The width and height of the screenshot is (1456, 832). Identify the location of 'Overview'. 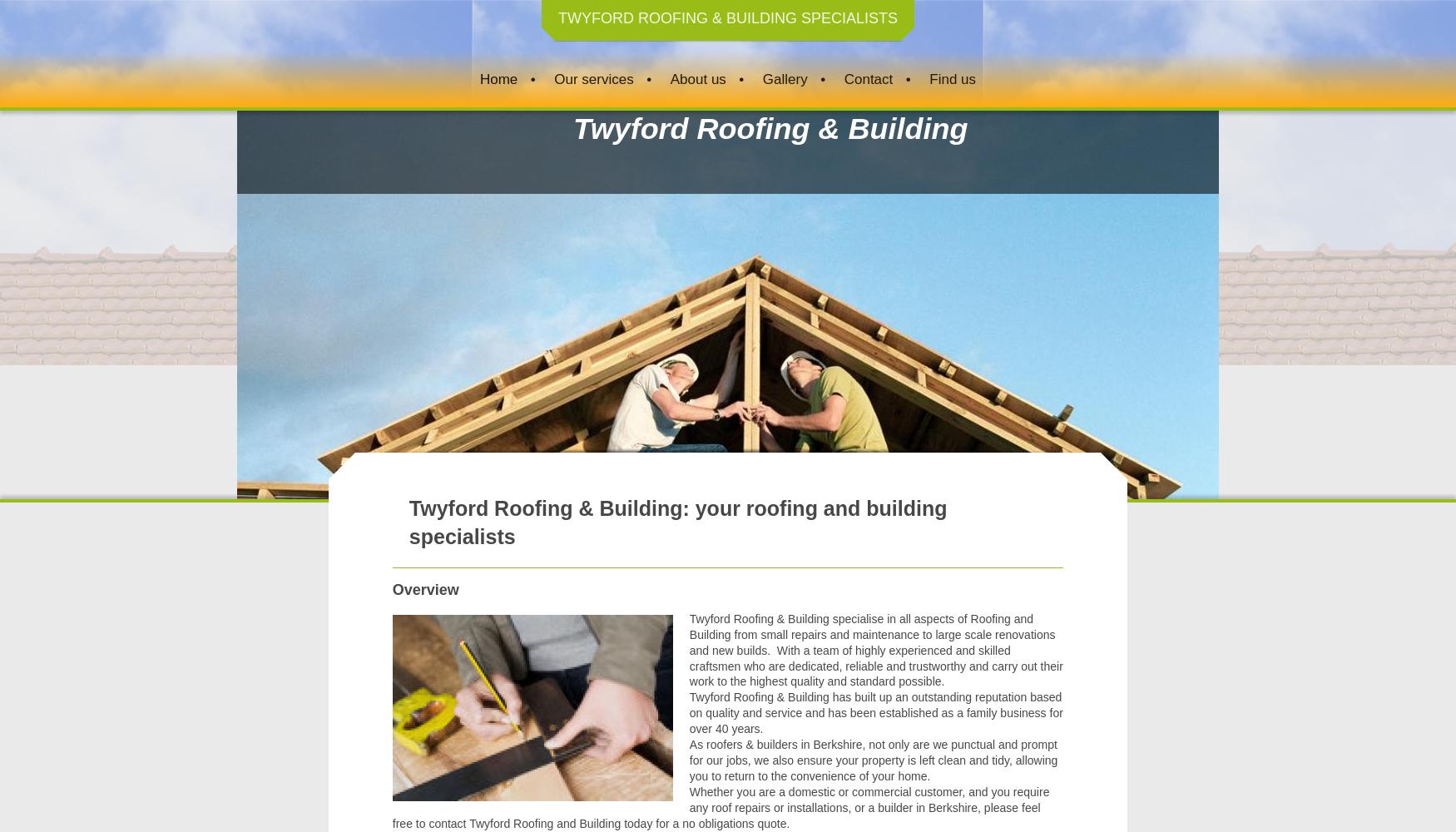
(423, 588).